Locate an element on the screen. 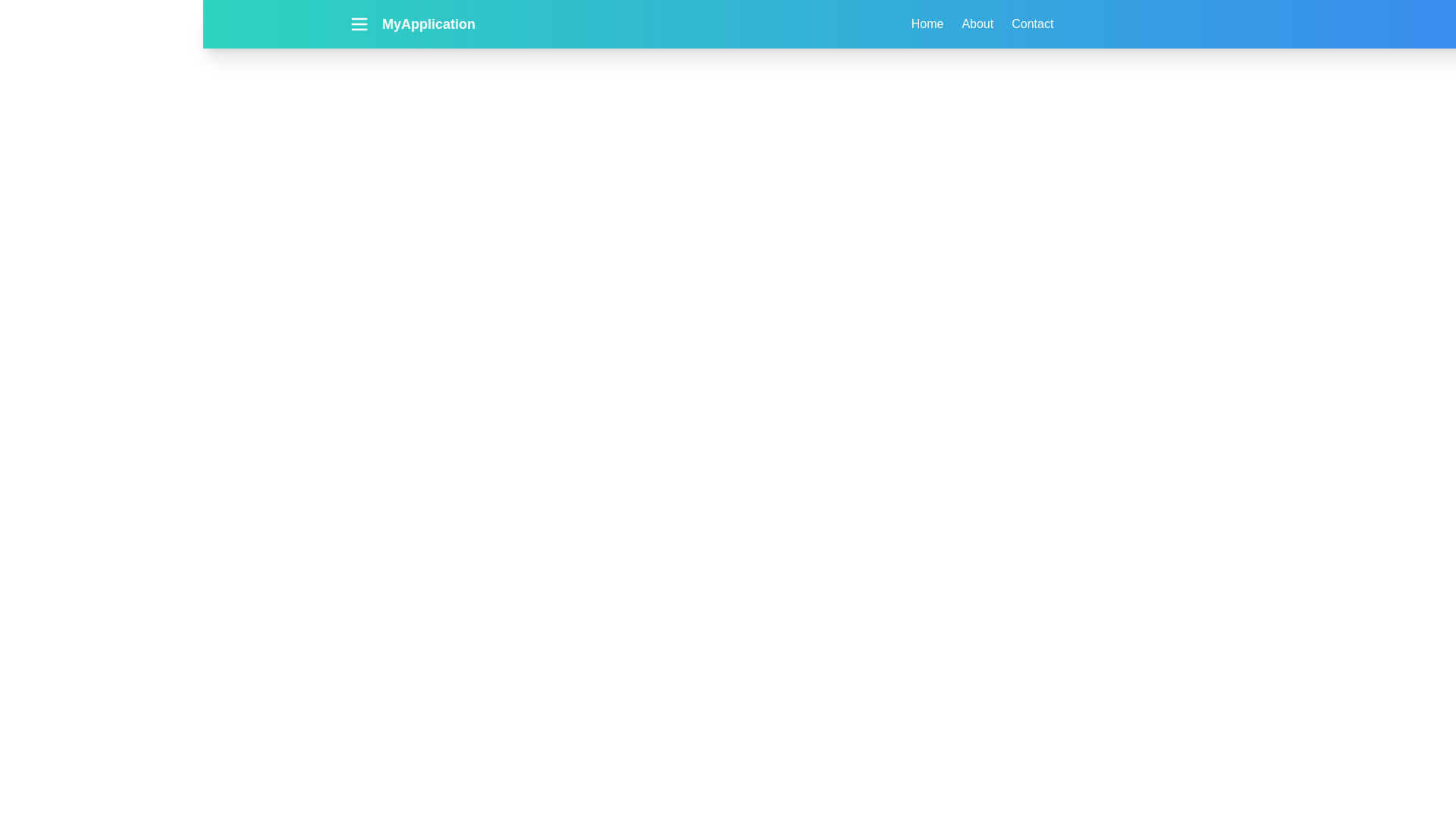 The width and height of the screenshot is (1456, 819). the application title text 'MyApplication' is located at coordinates (428, 24).